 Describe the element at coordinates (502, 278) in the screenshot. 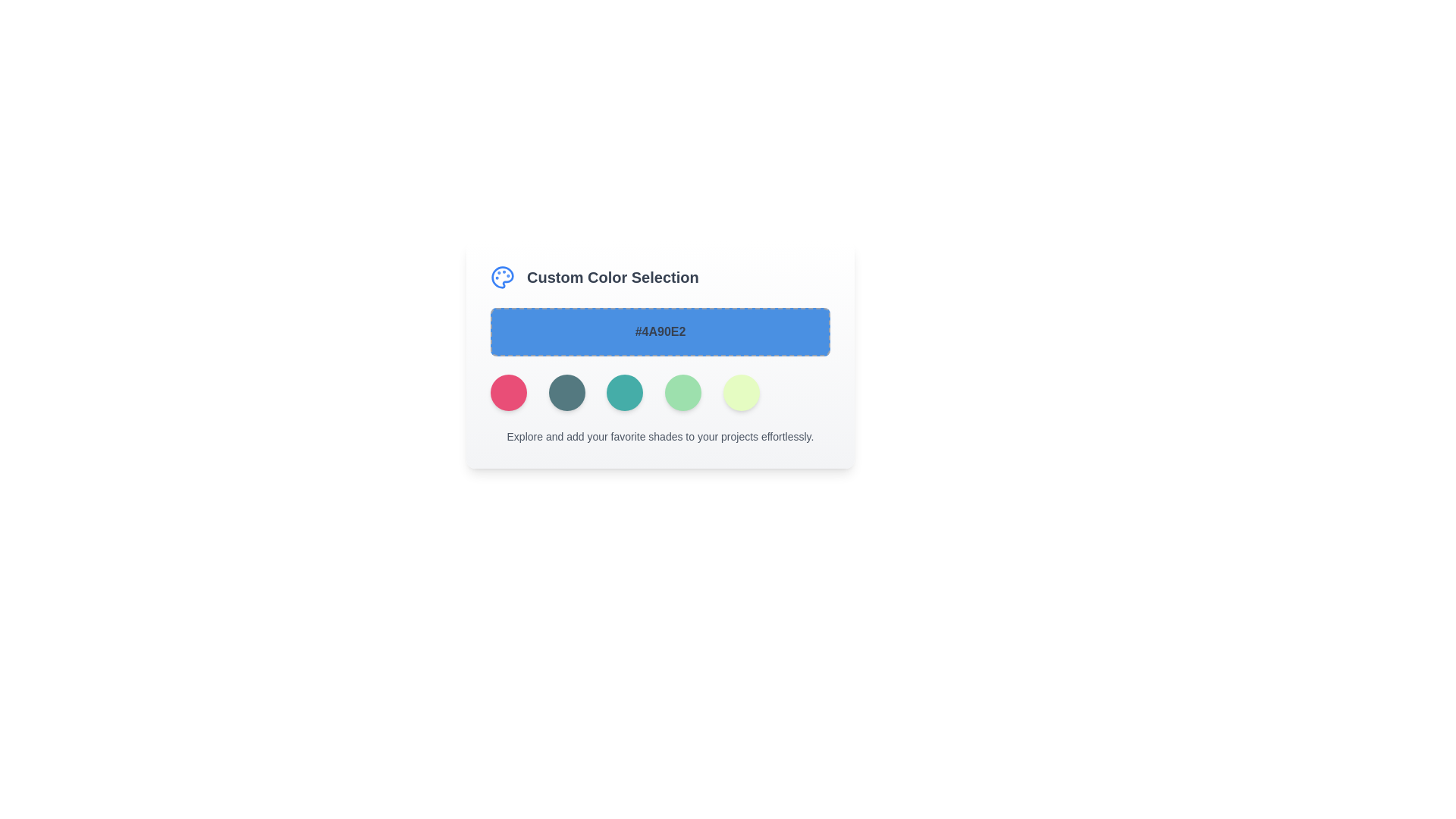

I see `the decorative icon resembling a painter's palette, located to the left of the 'Custom Color Selection' title` at that location.